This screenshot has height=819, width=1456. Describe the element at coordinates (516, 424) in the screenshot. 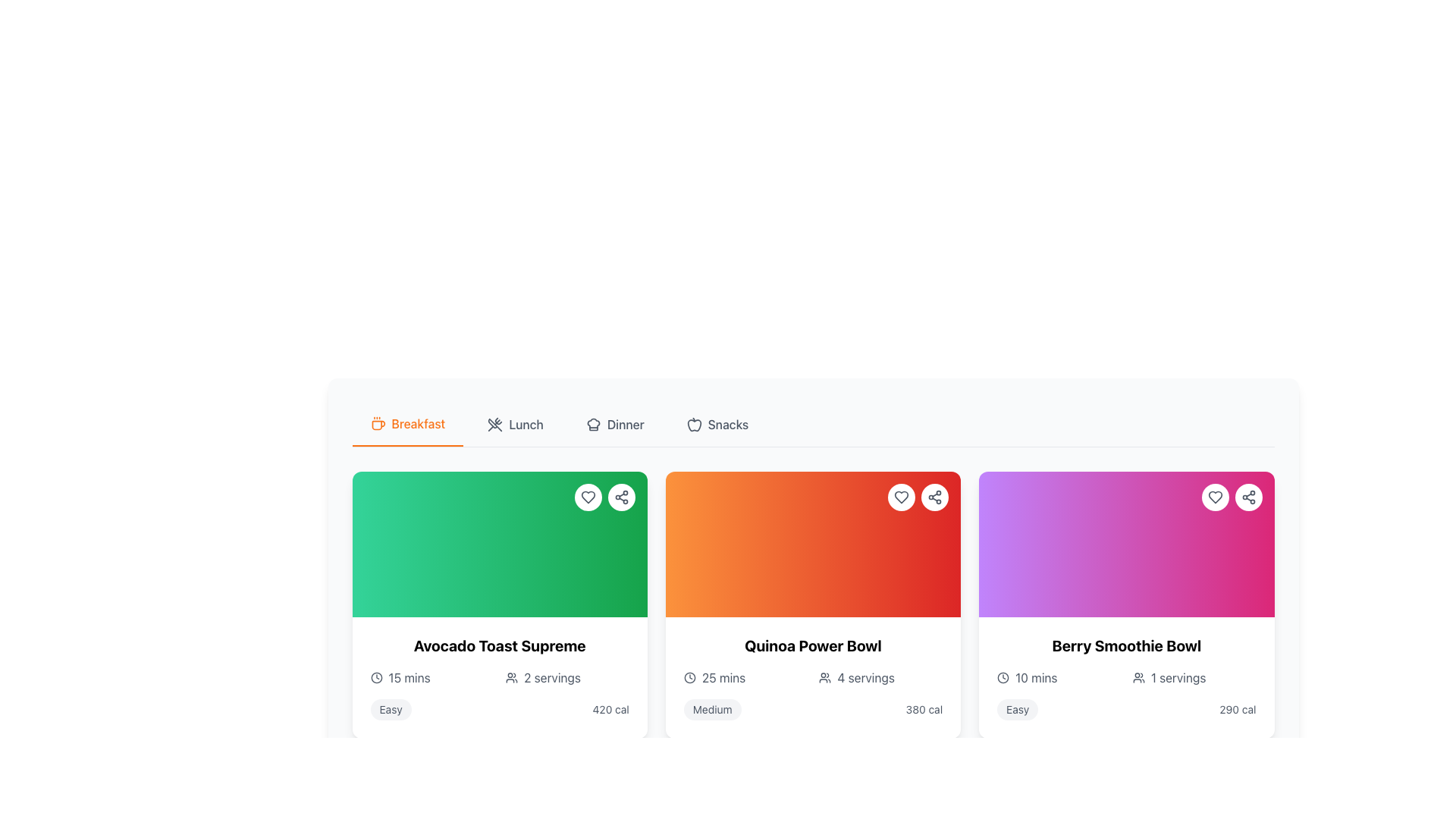

I see `the 'Lunch' navigation button, which is the second item in a horizontal navigation bar` at that location.